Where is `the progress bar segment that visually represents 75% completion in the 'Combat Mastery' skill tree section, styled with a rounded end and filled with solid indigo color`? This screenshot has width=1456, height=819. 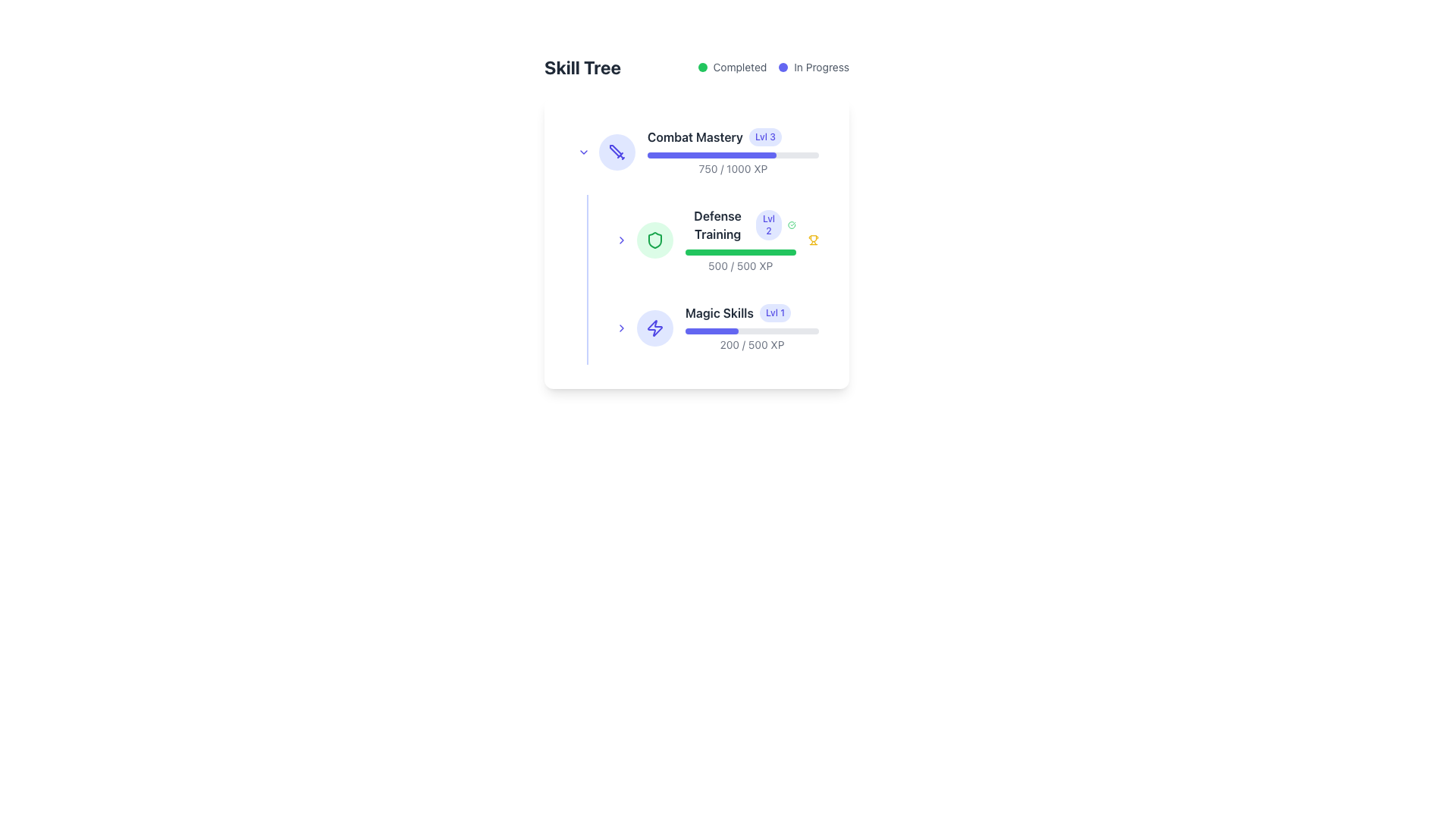
the progress bar segment that visually represents 75% completion in the 'Combat Mastery' skill tree section, styled with a rounded end and filled with solid indigo color is located at coordinates (711, 155).